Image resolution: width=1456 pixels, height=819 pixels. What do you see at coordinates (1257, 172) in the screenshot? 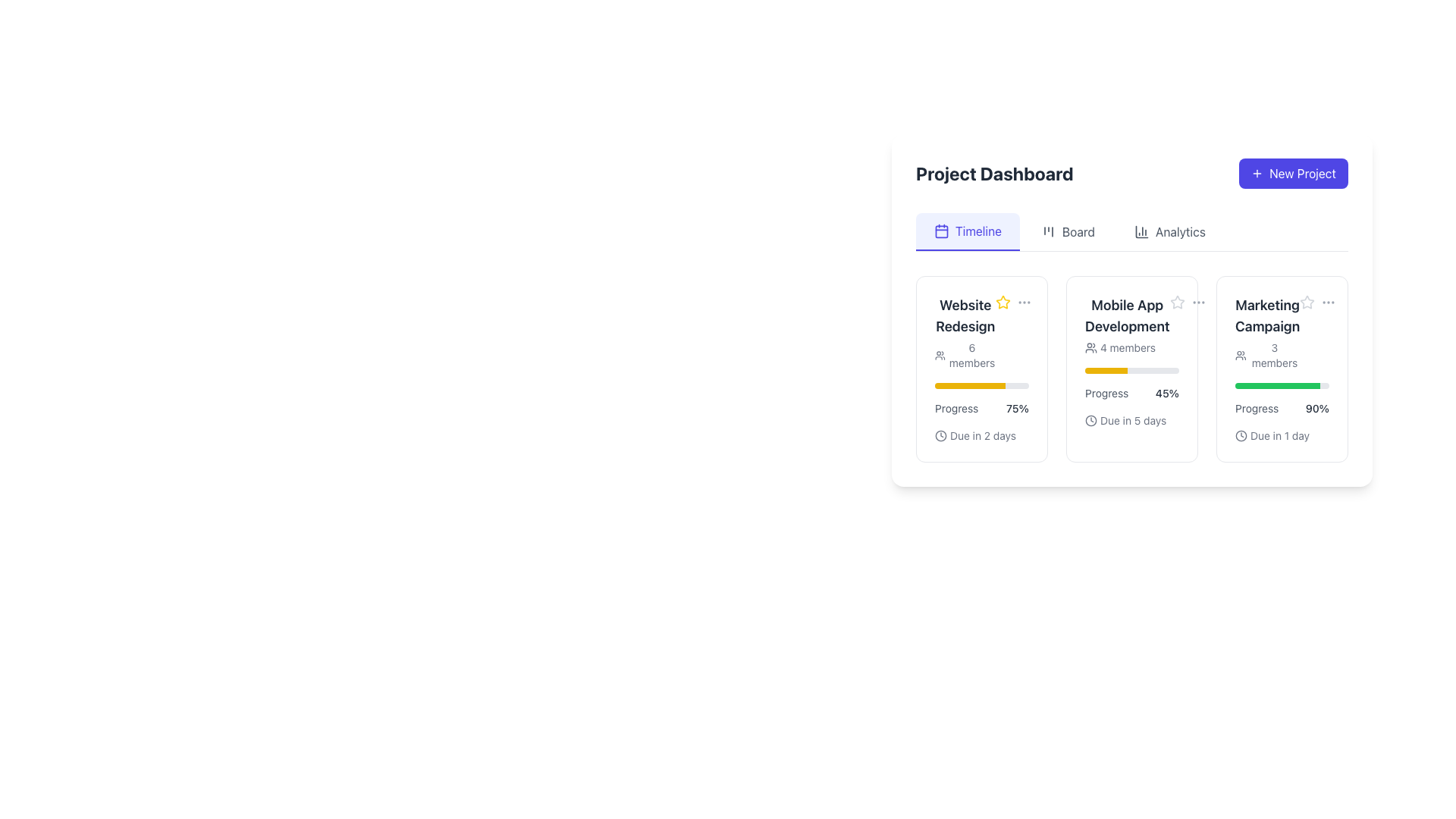
I see `the small, cross-shaped icon with a purple background located to the left of the 'New Project' button` at bounding box center [1257, 172].